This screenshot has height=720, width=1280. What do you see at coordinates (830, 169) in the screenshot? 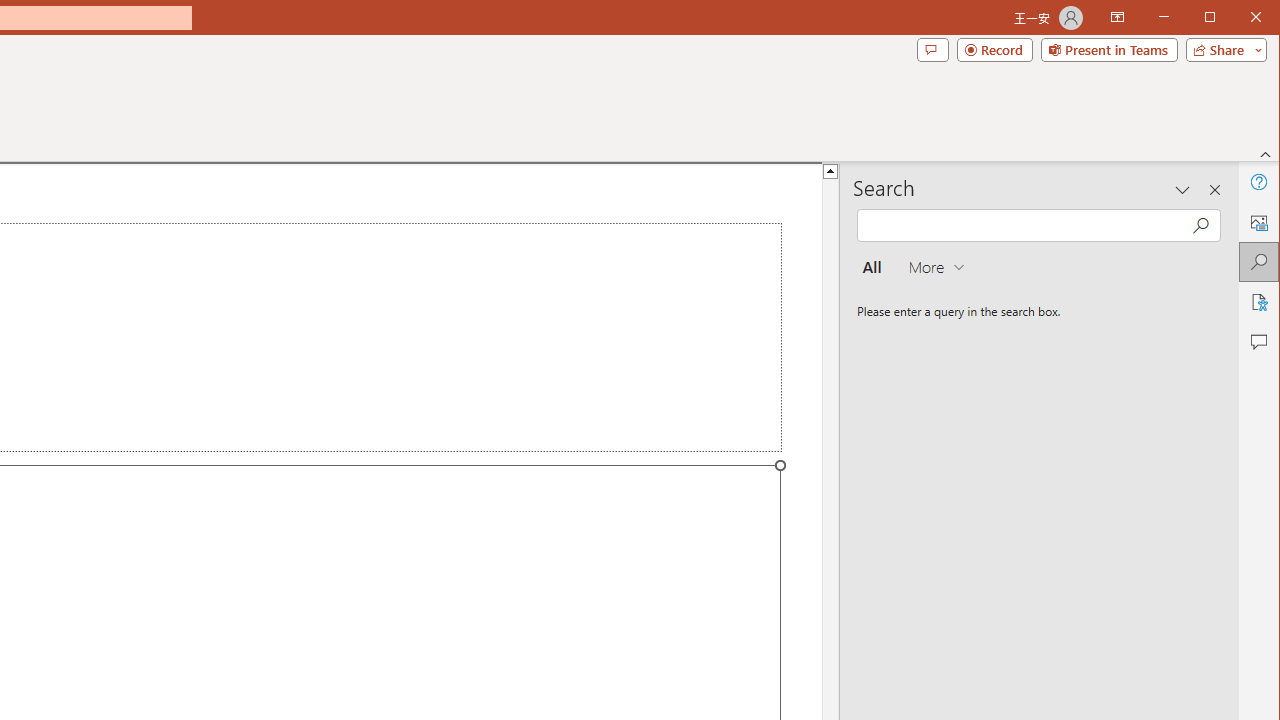
I see `'Line up'` at bounding box center [830, 169].